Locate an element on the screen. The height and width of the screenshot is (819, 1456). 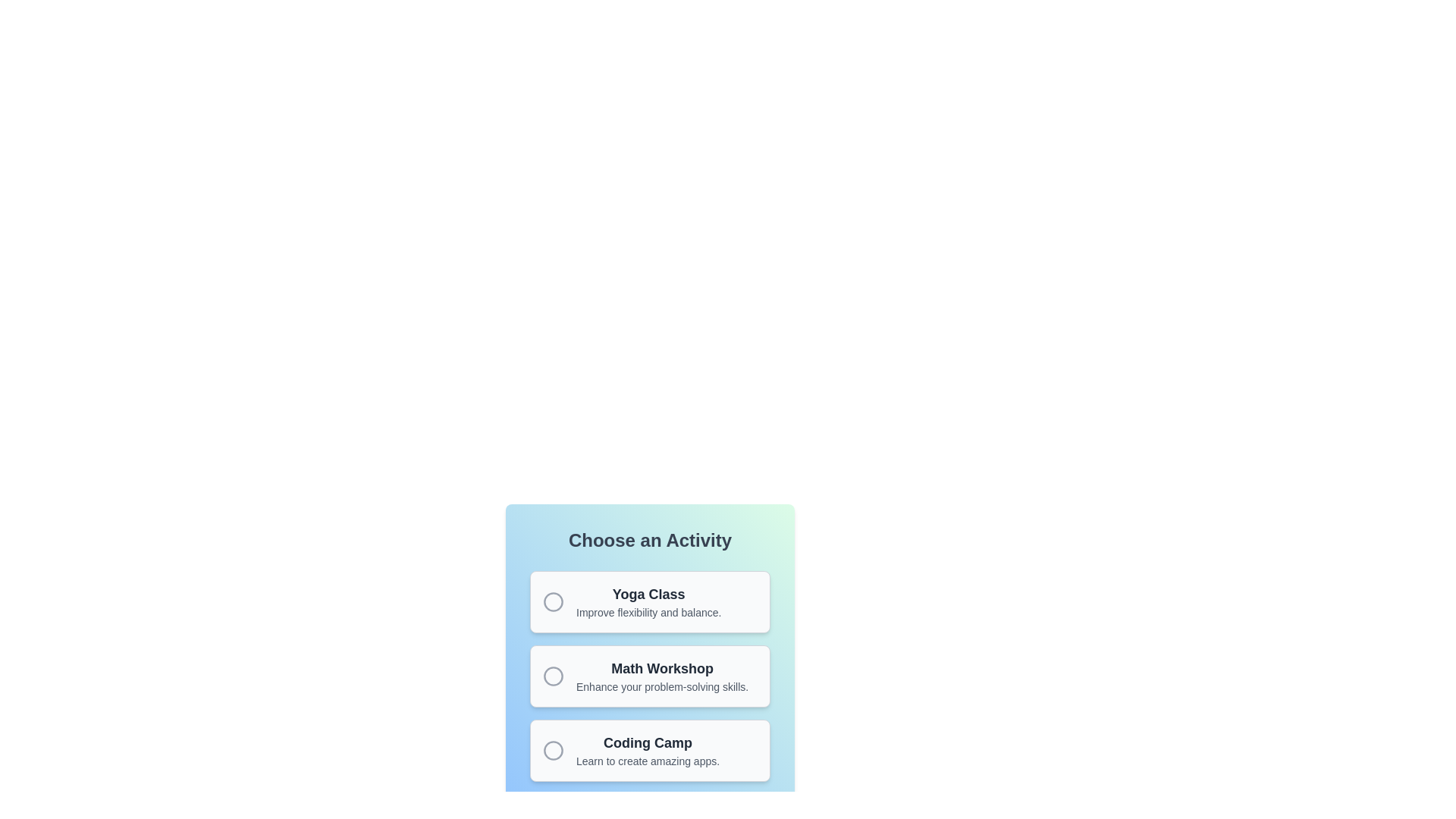
the 'Coding Camp' radio button is located at coordinates (552, 751).